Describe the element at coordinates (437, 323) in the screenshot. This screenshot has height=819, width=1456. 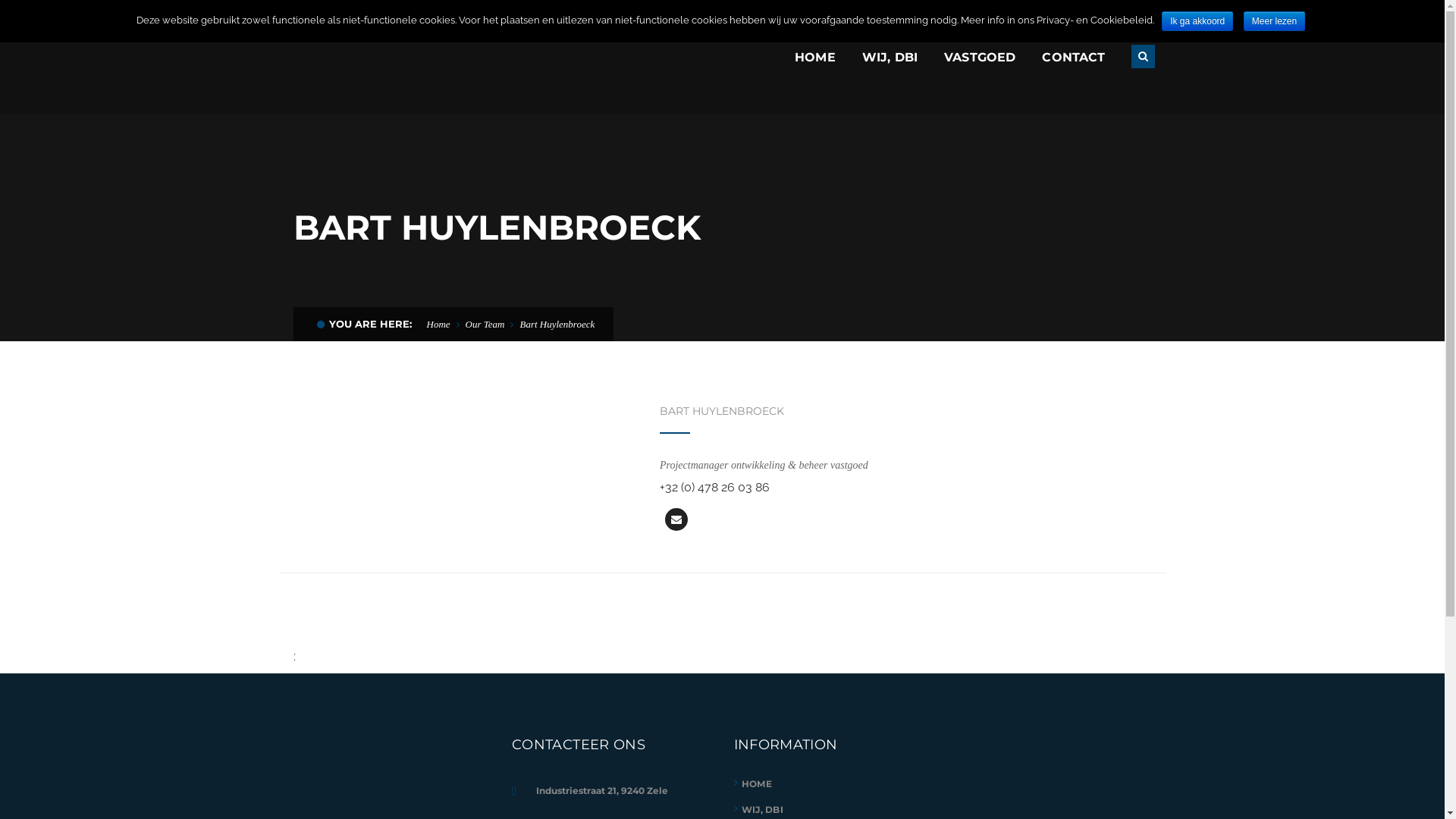
I see `'Home'` at that location.